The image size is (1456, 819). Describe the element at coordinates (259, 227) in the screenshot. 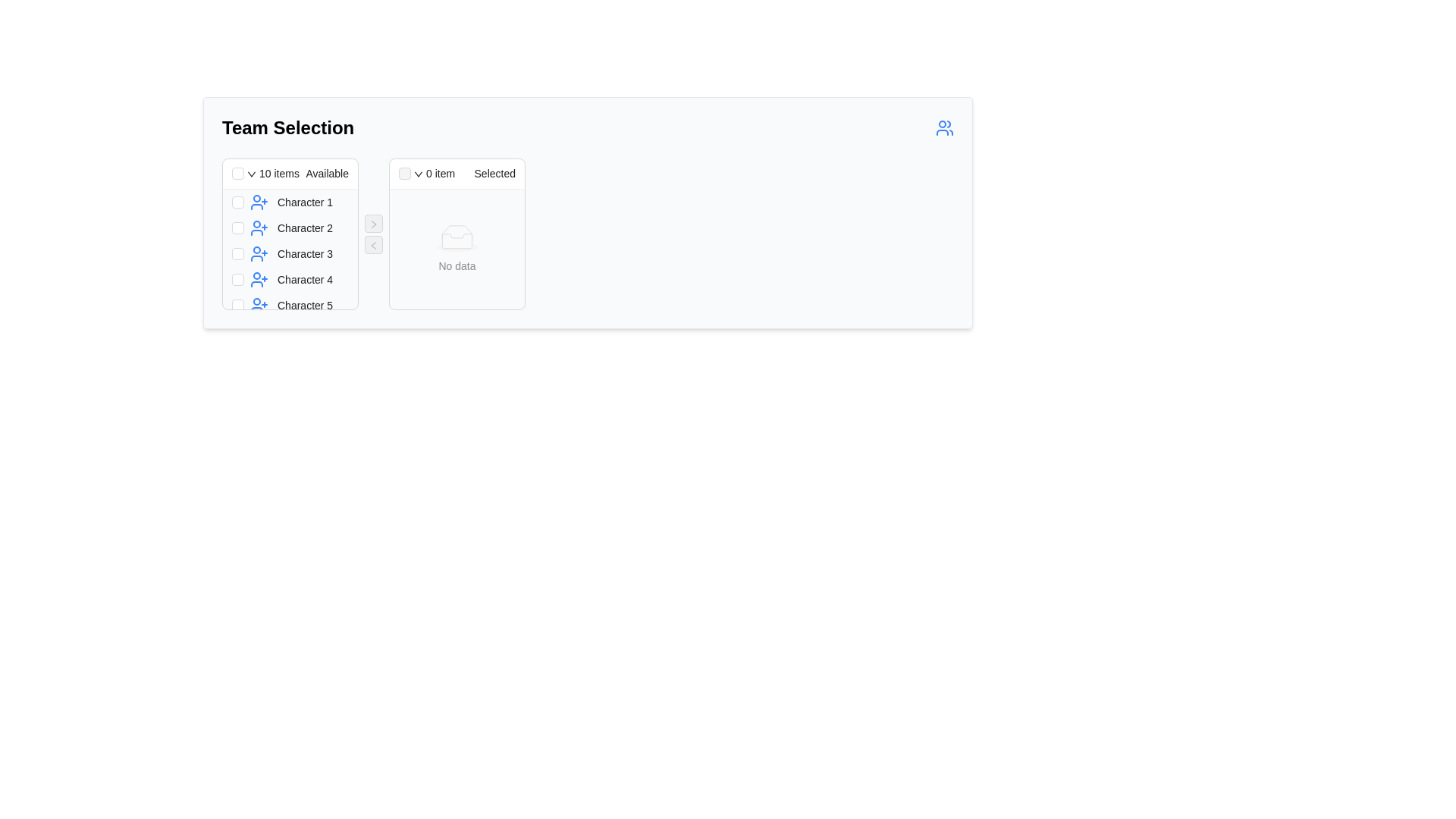

I see `the user icon with a plus symbol in the left panel representing 'Character 2'` at that location.